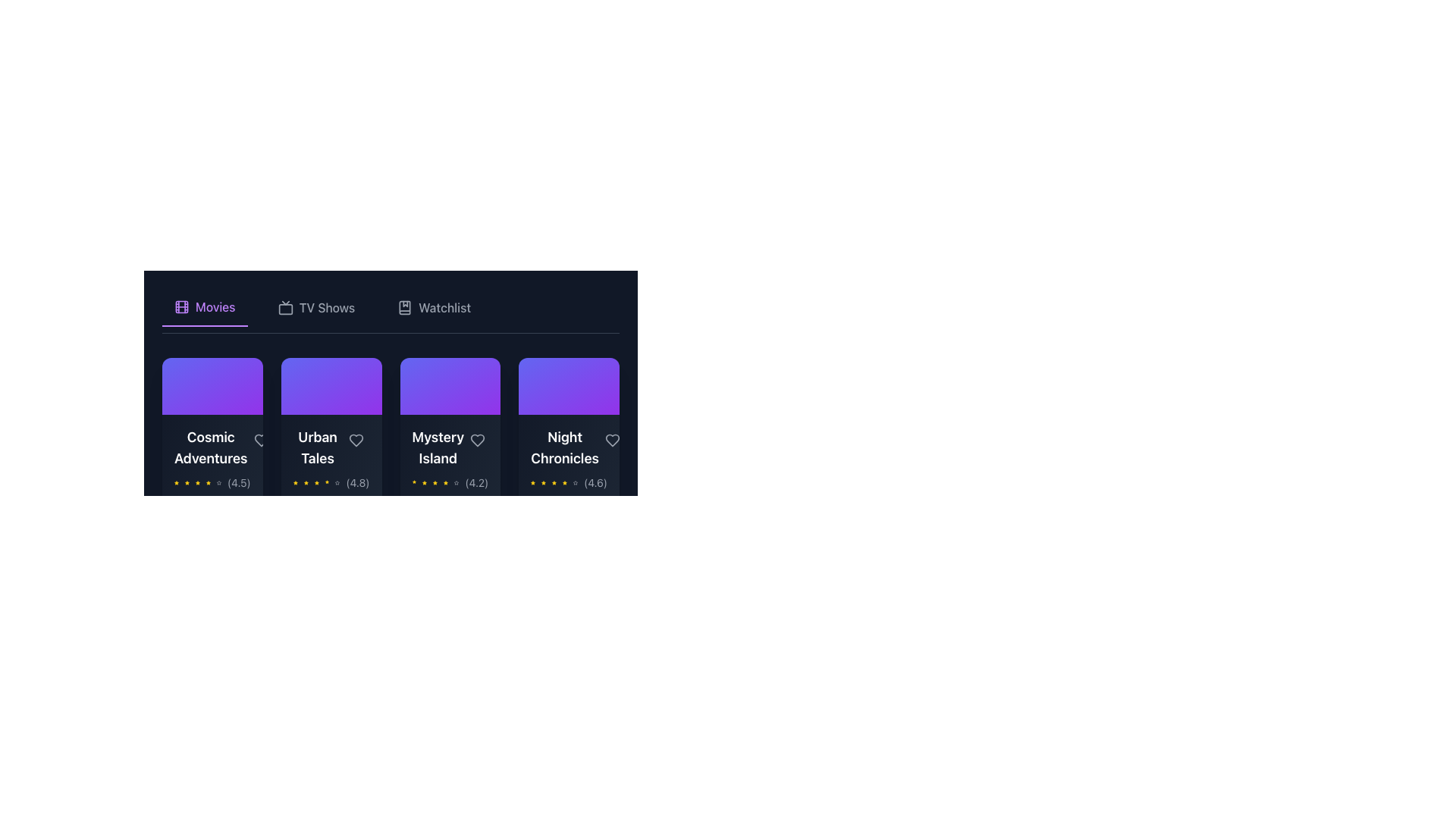 The height and width of the screenshot is (819, 1456). Describe the element at coordinates (261, 440) in the screenshot. I see `the circular gray button with a heart icon located to the top-right of the 'Cosmic Adventures' text` at that location.